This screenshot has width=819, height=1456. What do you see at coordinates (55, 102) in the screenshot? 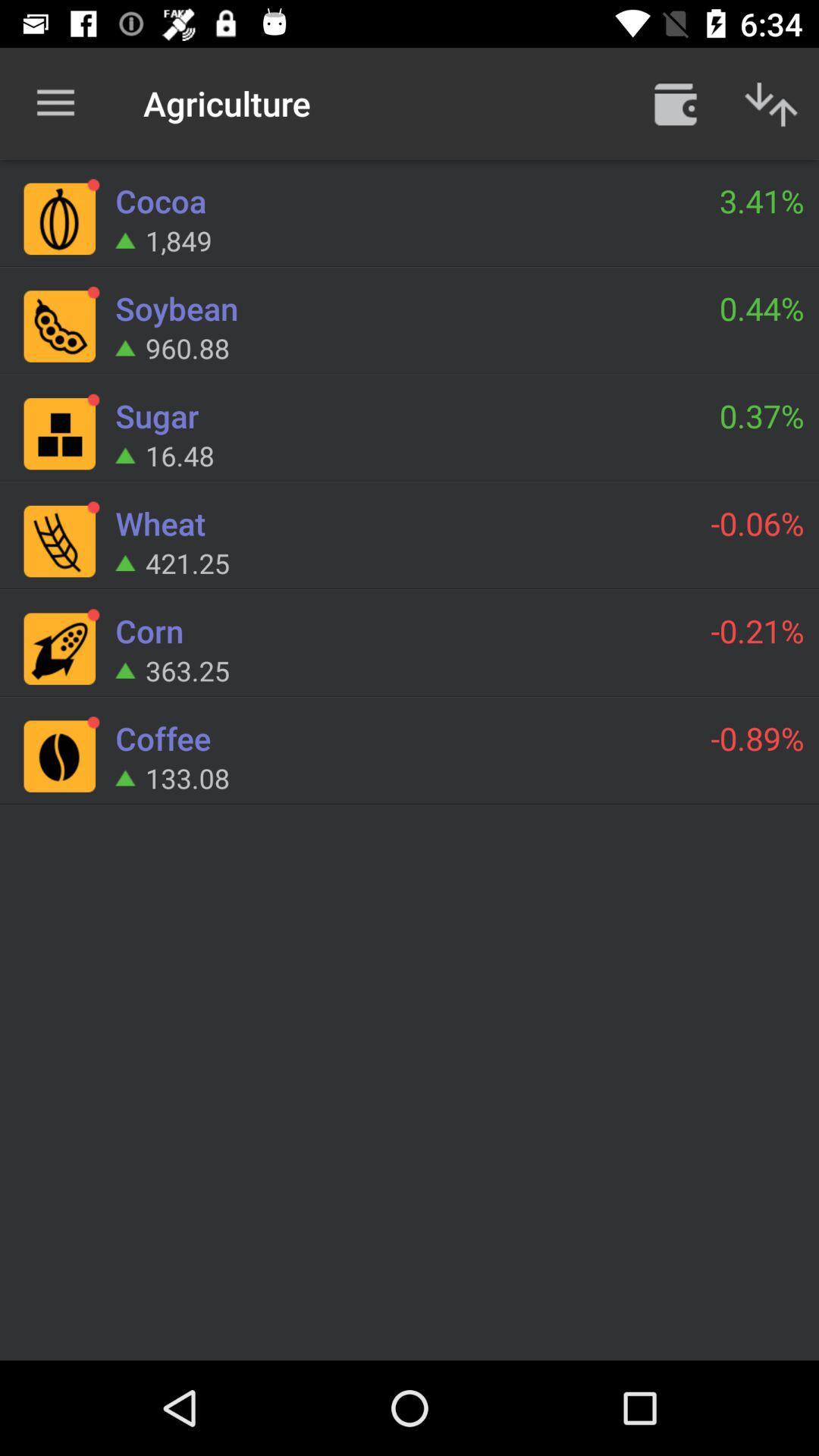
I see `app to the left of agriculture` at bounding box center [55, 102].